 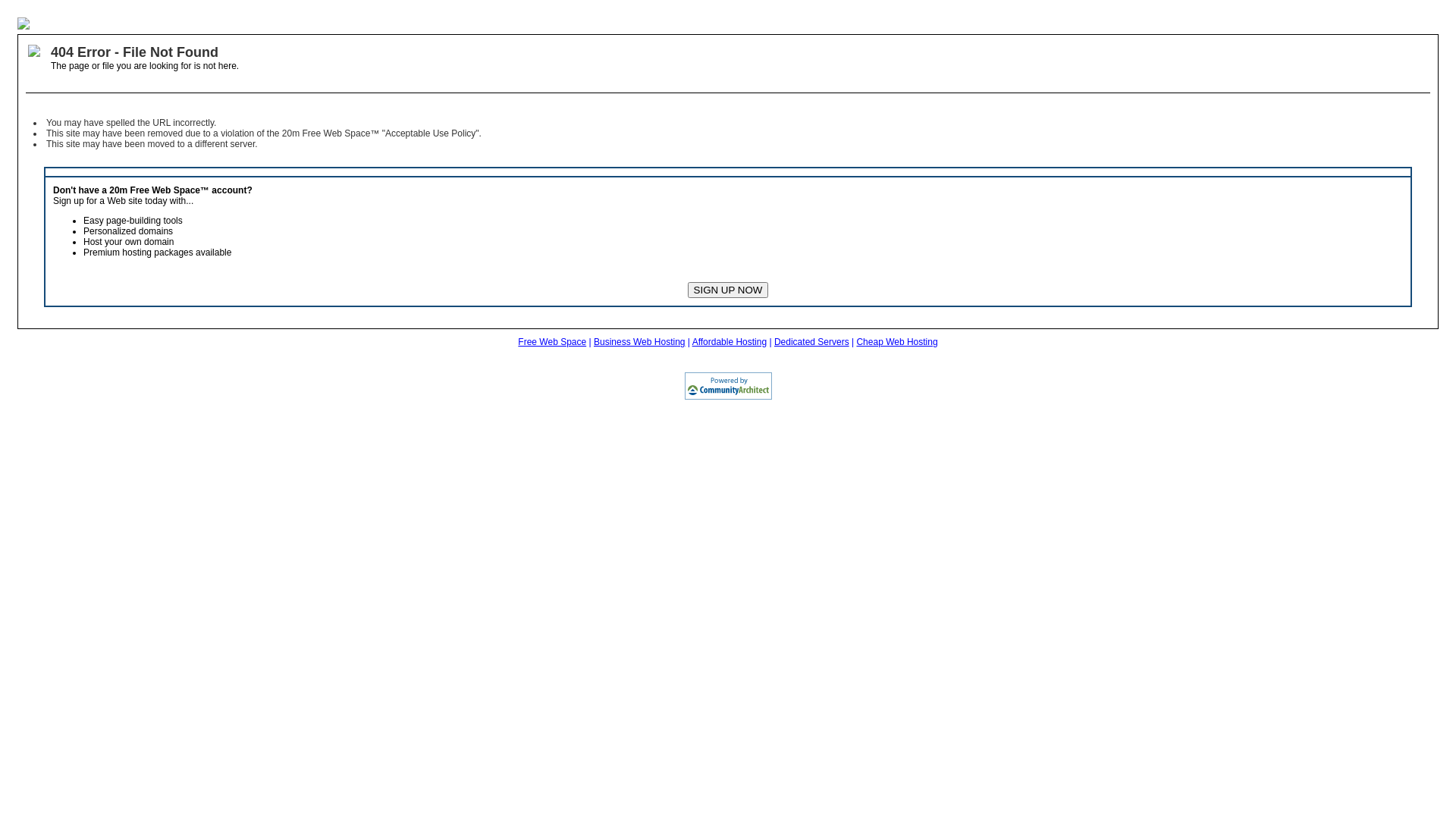 I want to click on 'Cheap Web Hosting', so click(x=896, y=342).